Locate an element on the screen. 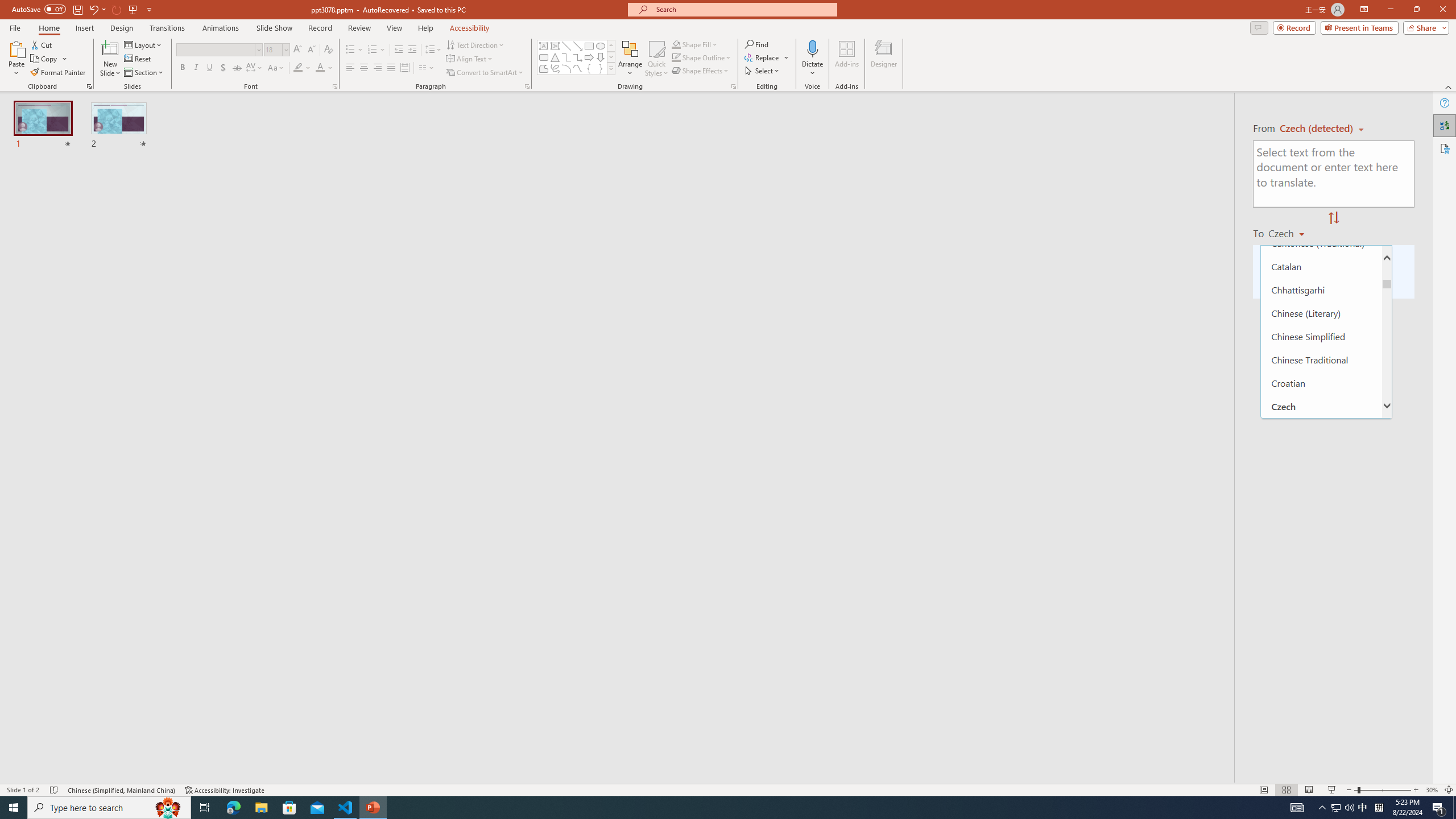 The image size is (1456, 819). 'Shape Fill Dark Green, Accent 2' is located at coordinates (676, 44).